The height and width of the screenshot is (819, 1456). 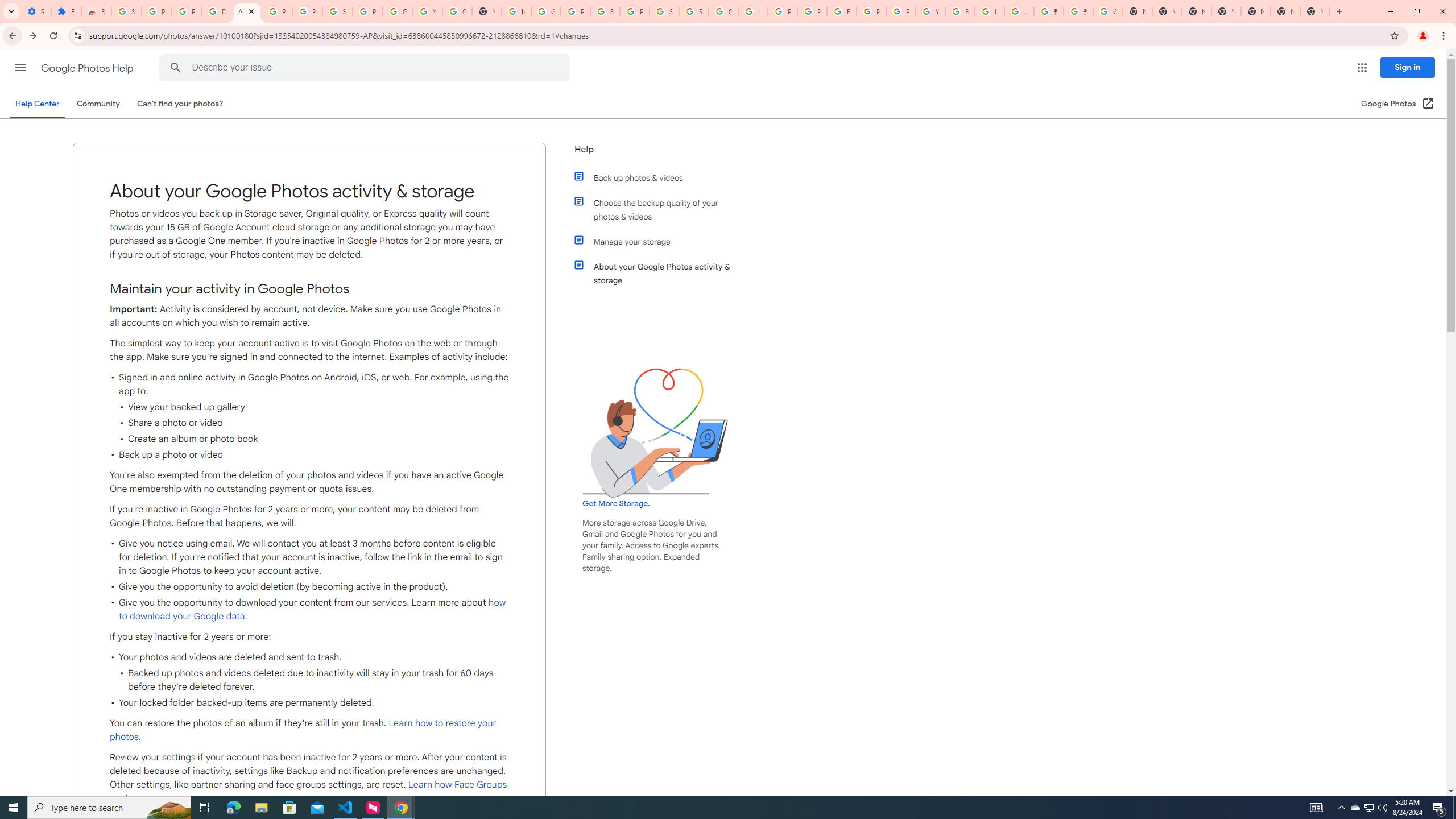 What do you see at coordinates (427, 11) in the screenshot?
I see `'YouTube'` at bounding box center [427, 11].